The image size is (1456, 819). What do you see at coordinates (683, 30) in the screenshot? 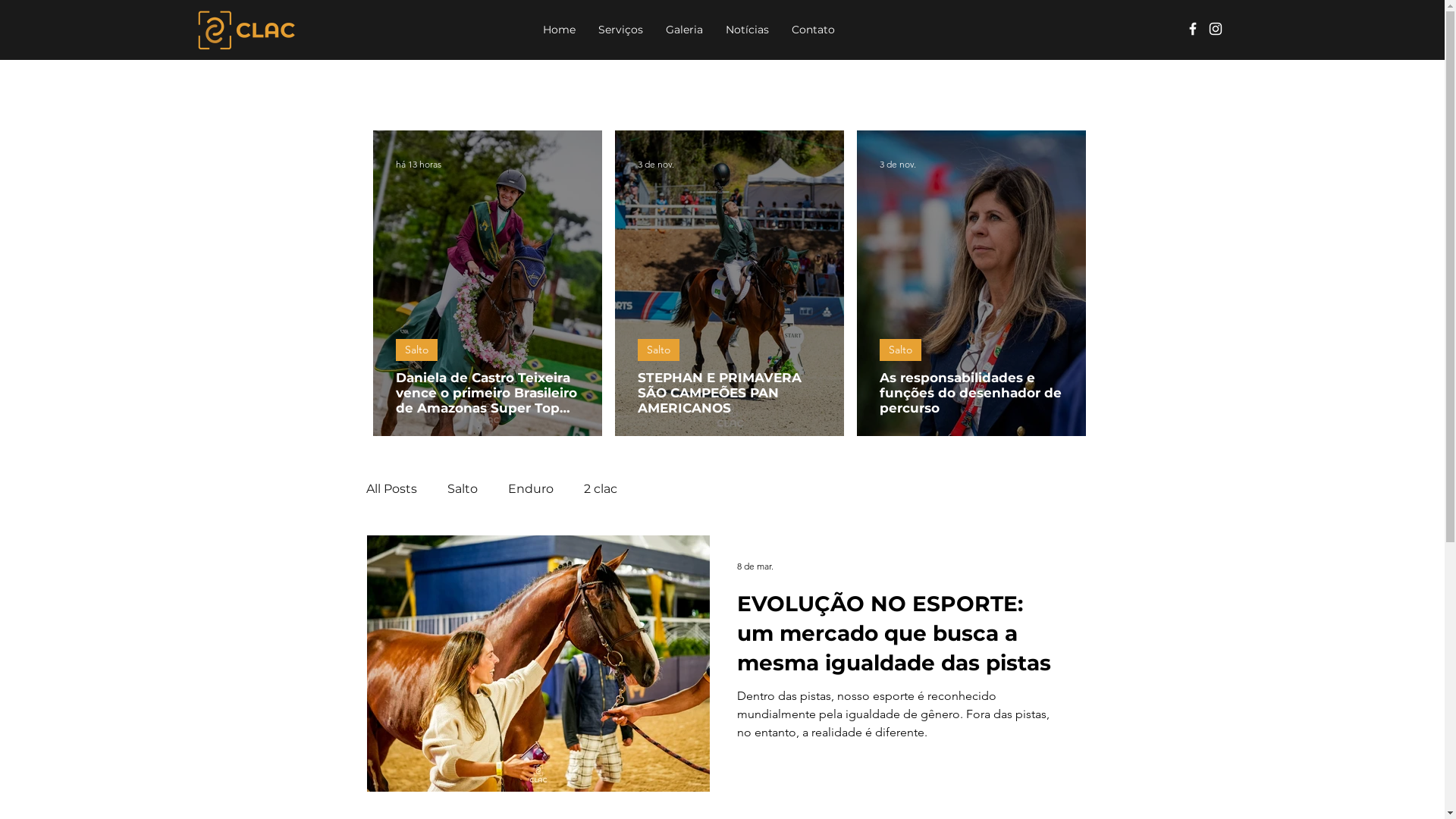
I see `'Galeria'` at bounding box center [683, 30].